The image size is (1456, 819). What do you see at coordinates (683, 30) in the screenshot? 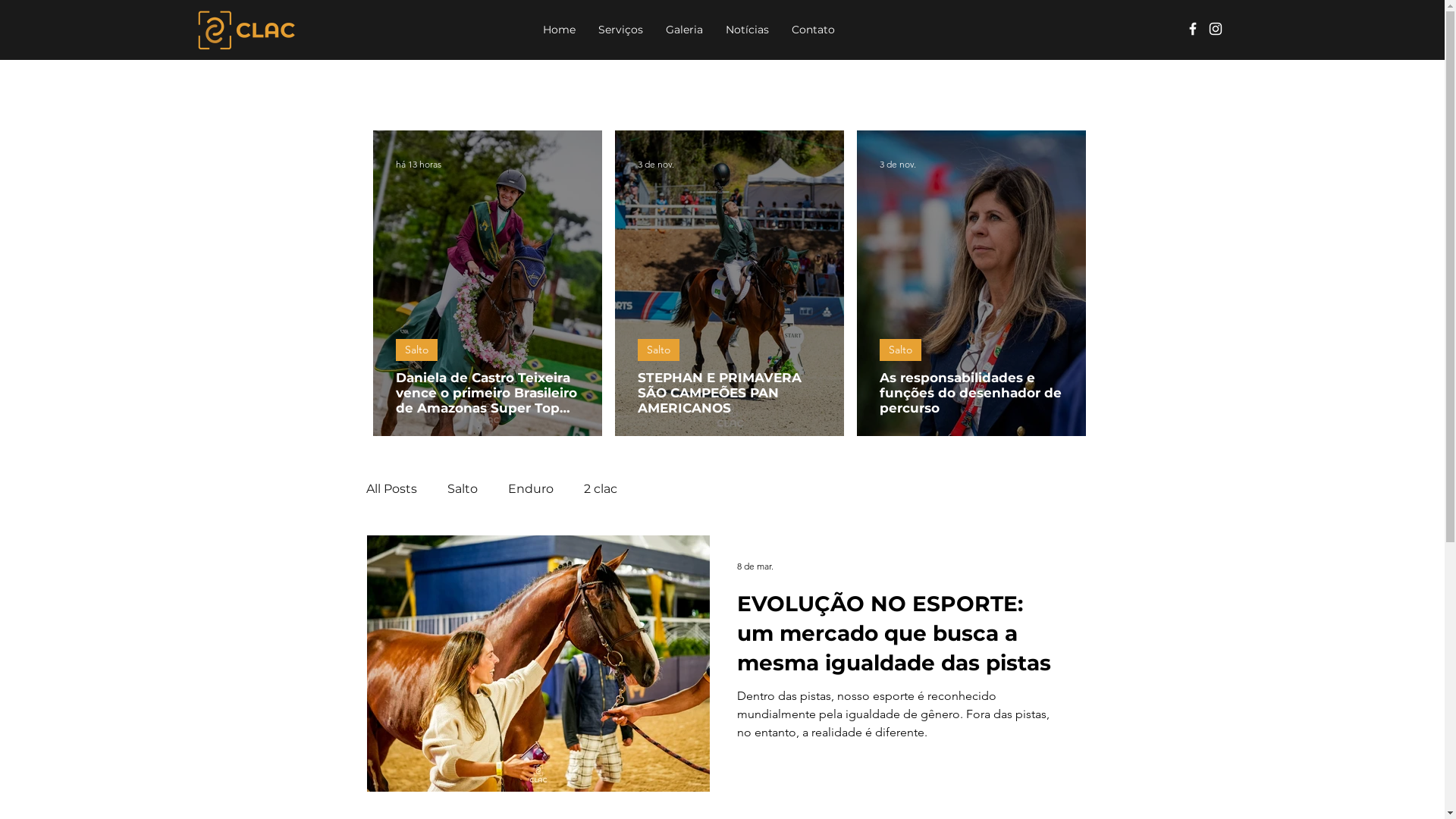
I see `'Galeria'` at bounding box center [683, 30].